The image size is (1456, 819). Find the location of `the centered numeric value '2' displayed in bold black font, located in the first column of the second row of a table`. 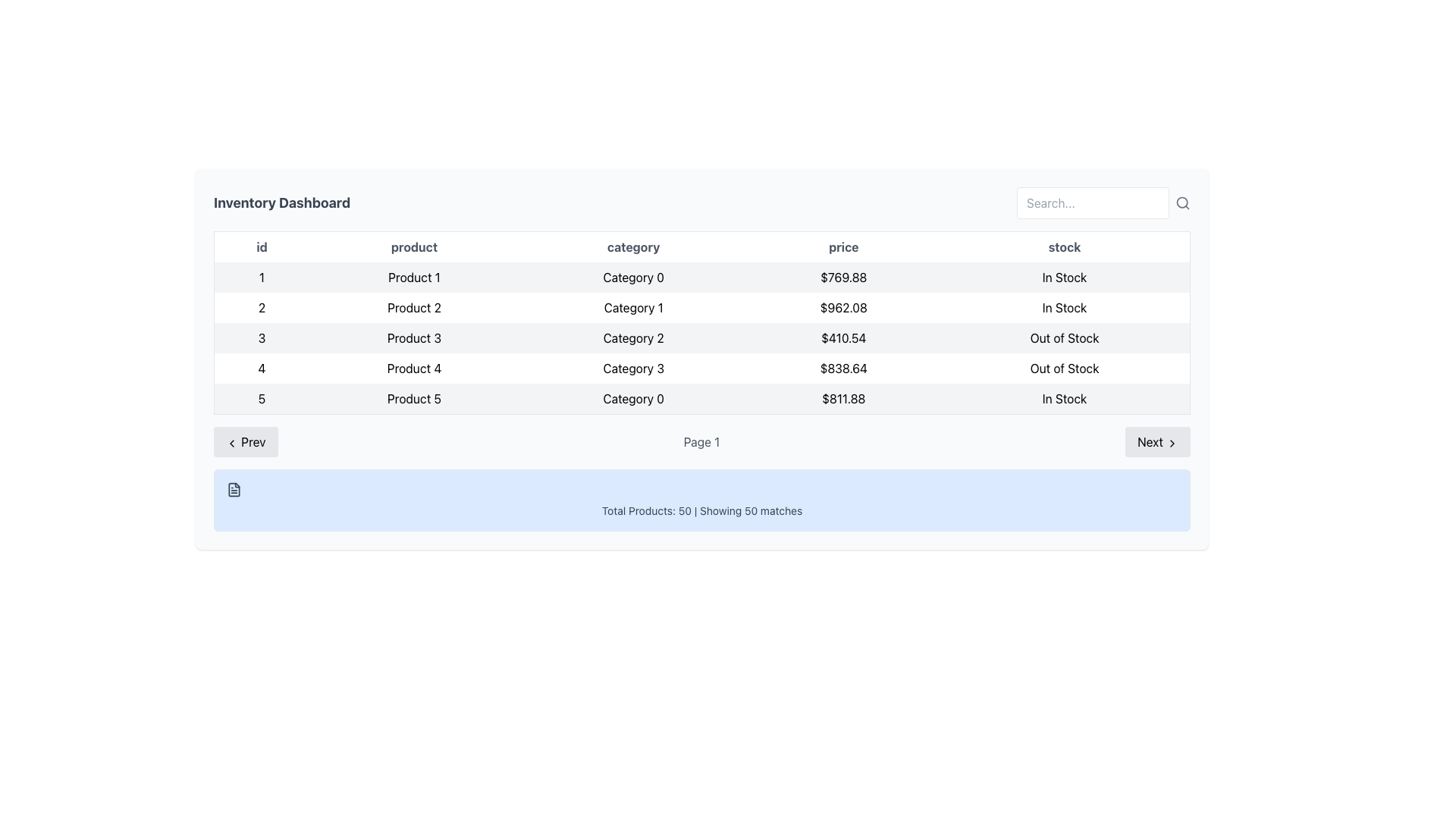

the centered numeric value '2' displayed in bold black font, located in the first column of the second row of a table is located at coordinates (262, 307).